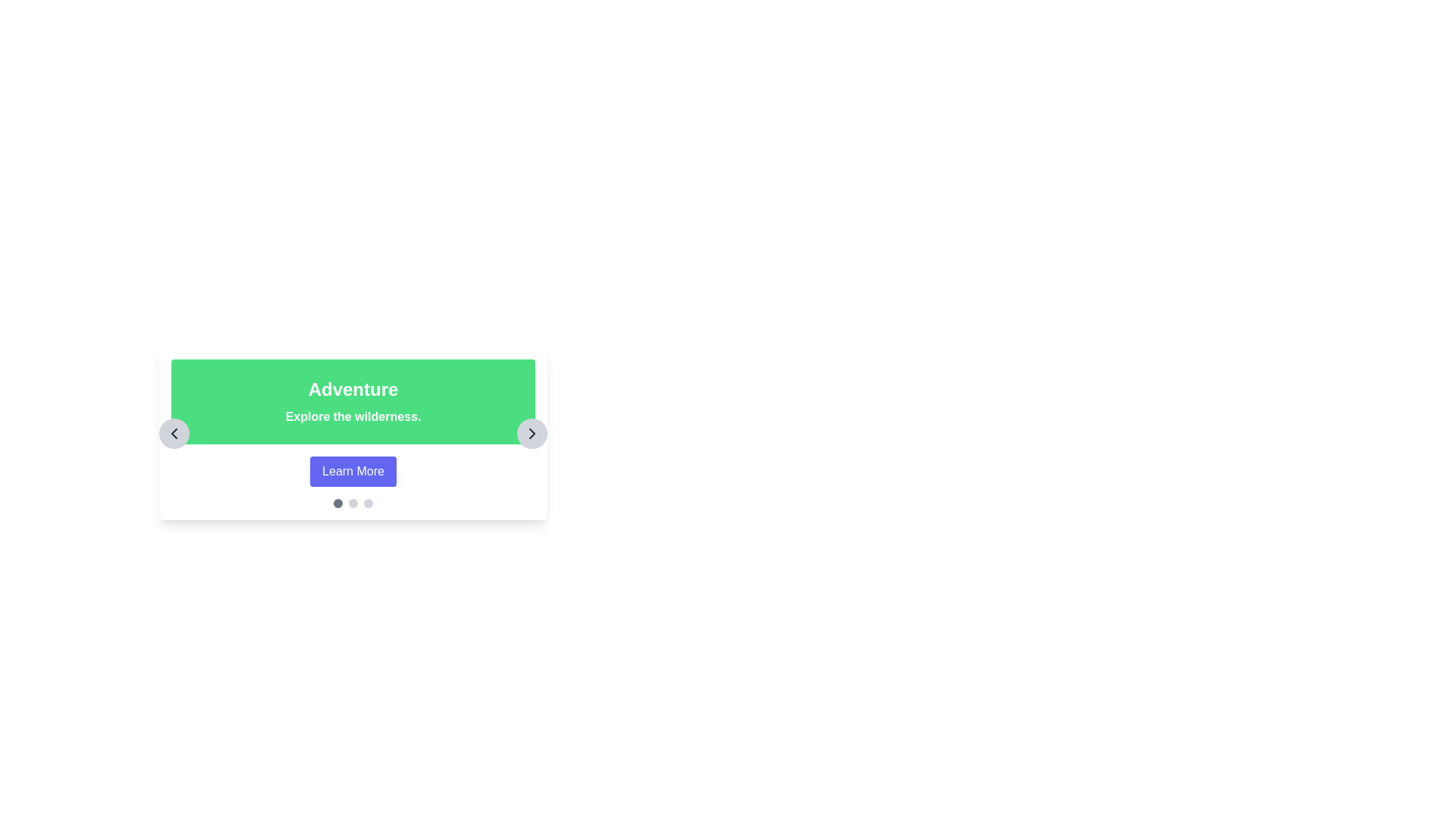  I want to click on the circular button with a gray background and leftward-pointing arrow icon, located in the center-left of the 'Adventure' card, so click(174, 433).